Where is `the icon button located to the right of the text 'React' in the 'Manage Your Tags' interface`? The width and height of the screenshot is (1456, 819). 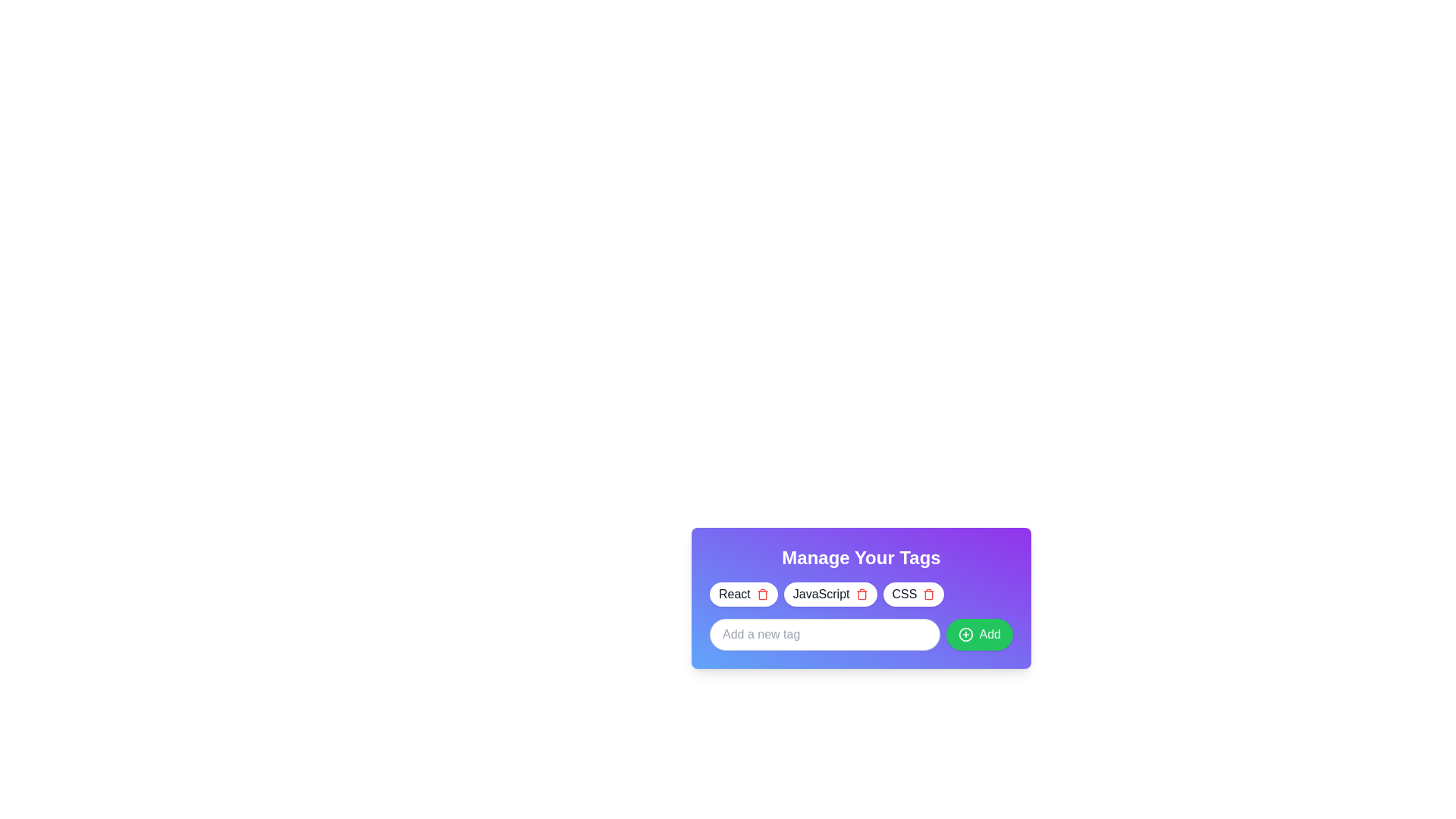
the icon button located to the right of the text 'React' in the 'Manage Your Tags' interface is located at coordinates (762, 593).